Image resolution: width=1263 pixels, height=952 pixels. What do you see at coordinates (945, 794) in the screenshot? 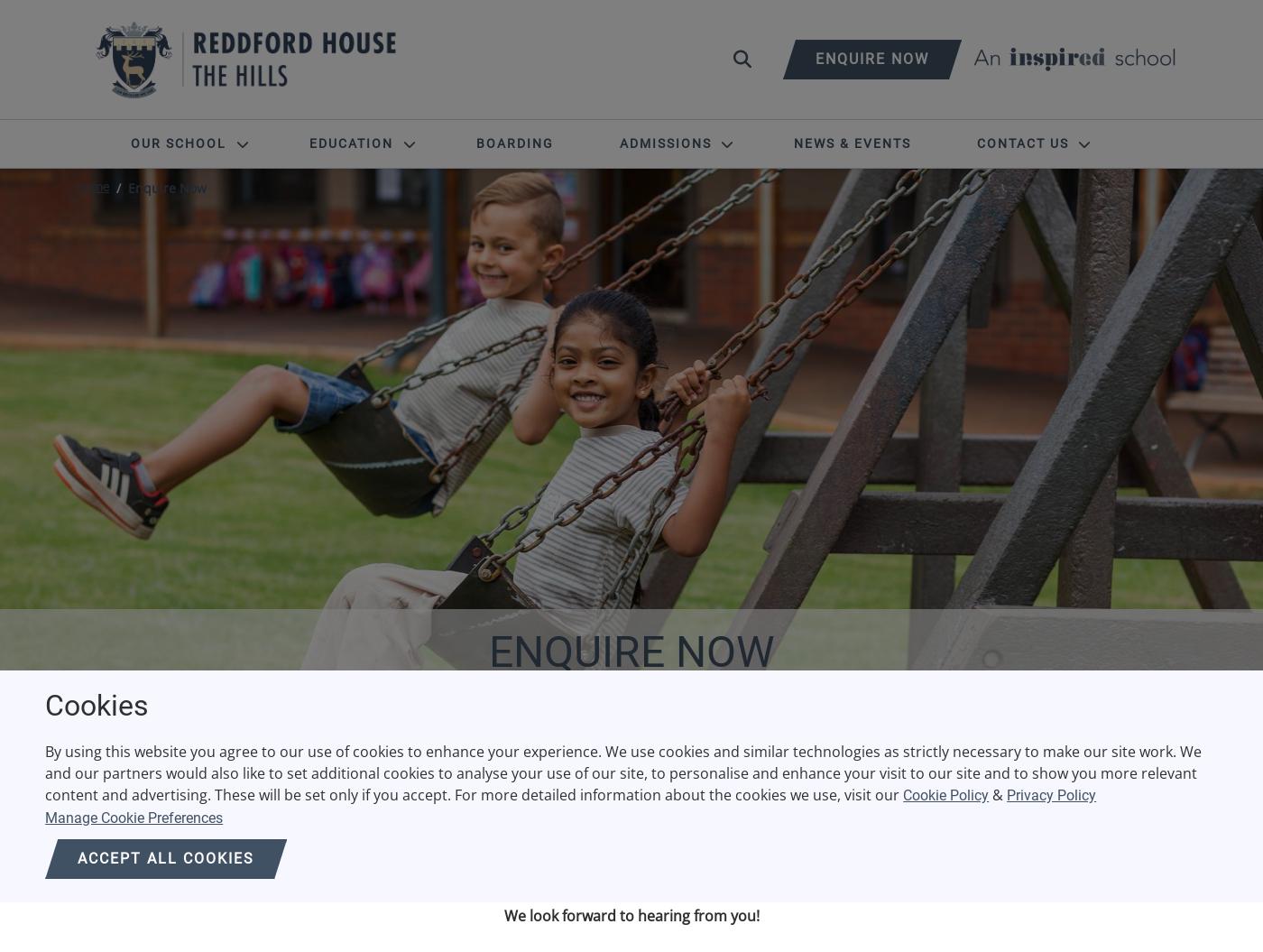
I see `'Cookie Policy'` at bounding box center [945, 794].